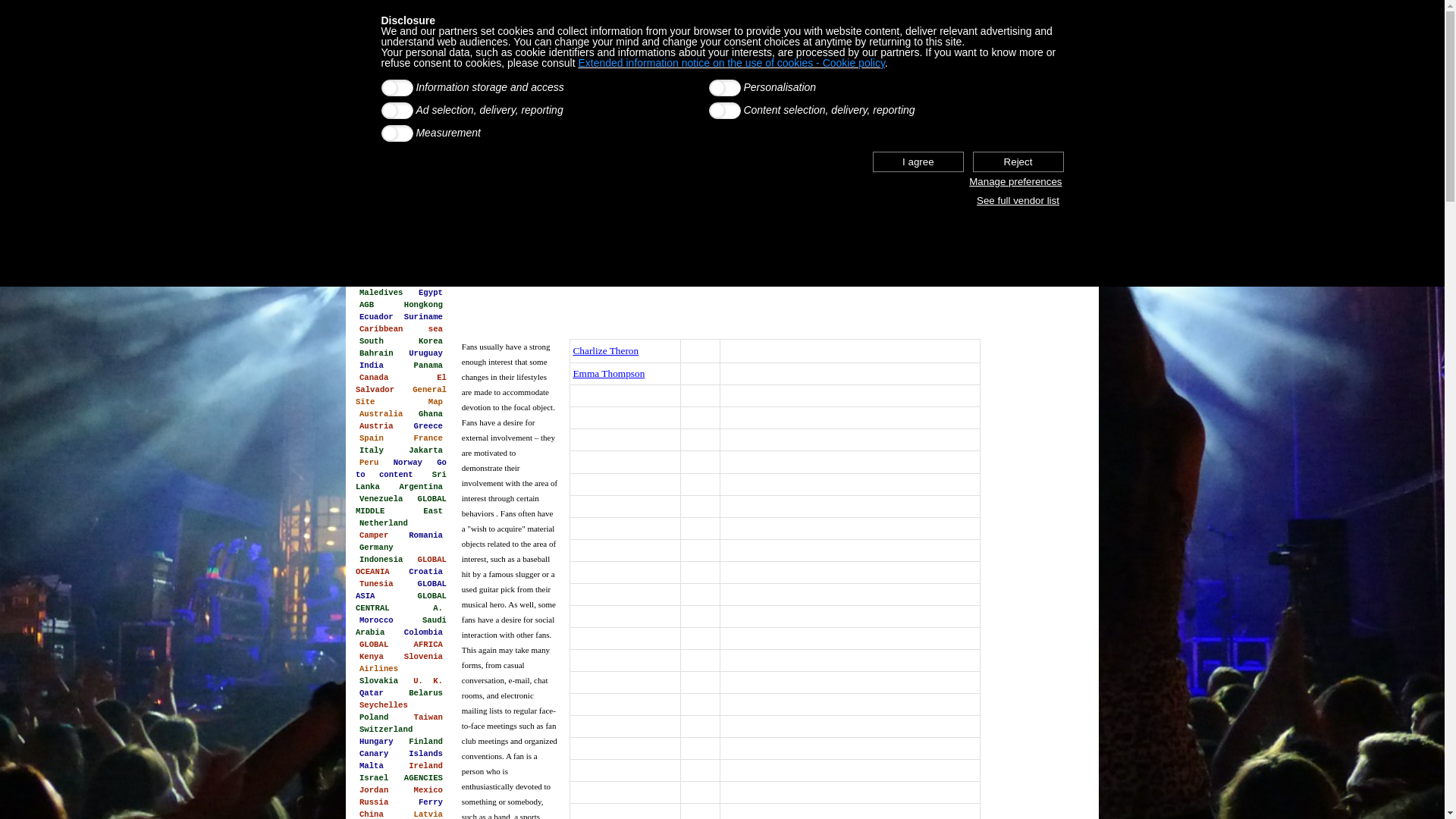  Describe the element at coordinates (374, 789) in the screenshot. I see `'Jordan'` at that location.